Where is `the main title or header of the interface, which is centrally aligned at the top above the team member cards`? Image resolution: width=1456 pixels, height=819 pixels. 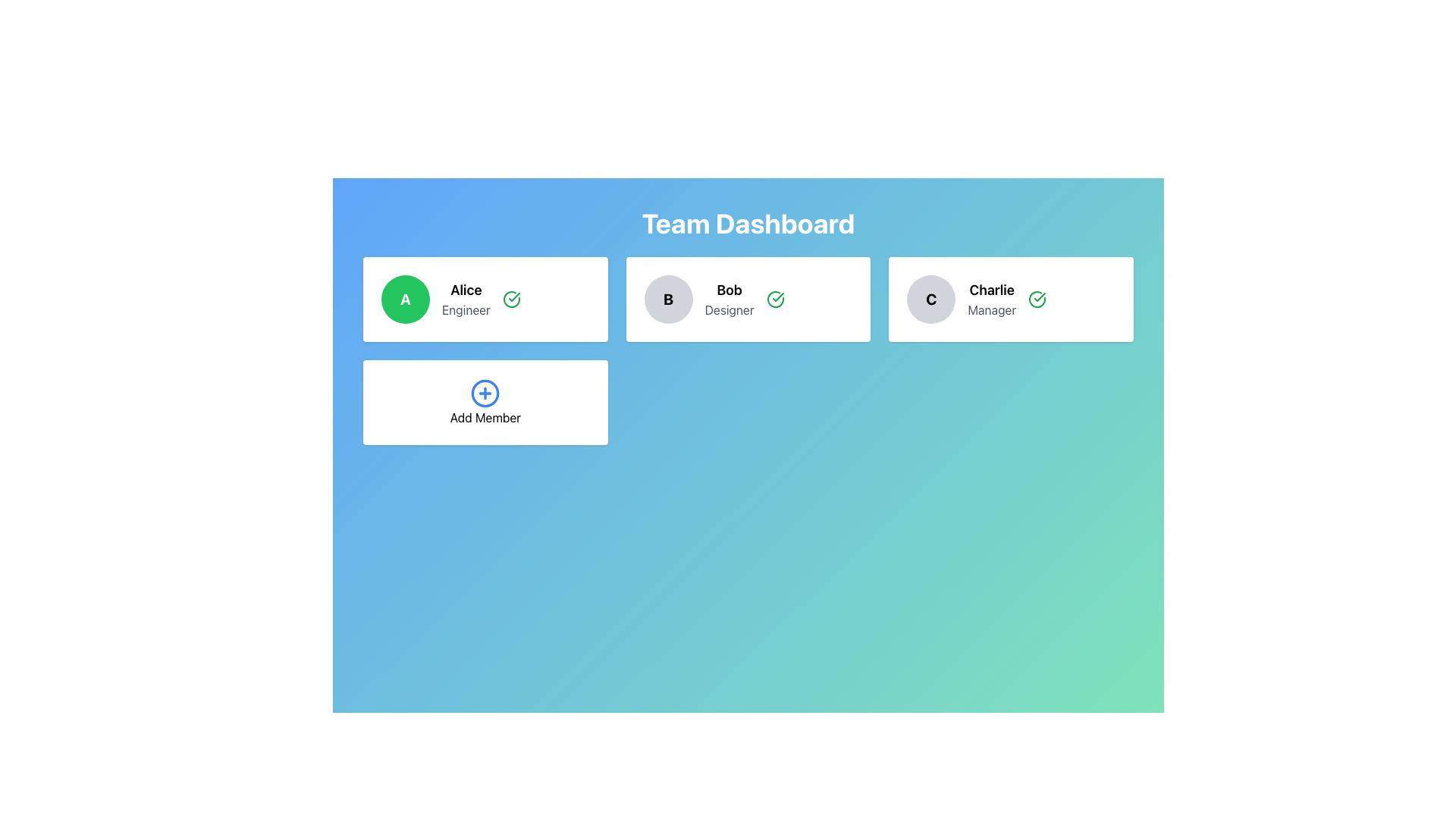 the main title or header of the interface, which is centrally aligned at the top above the team member cards is located at coordinates (748, 223).